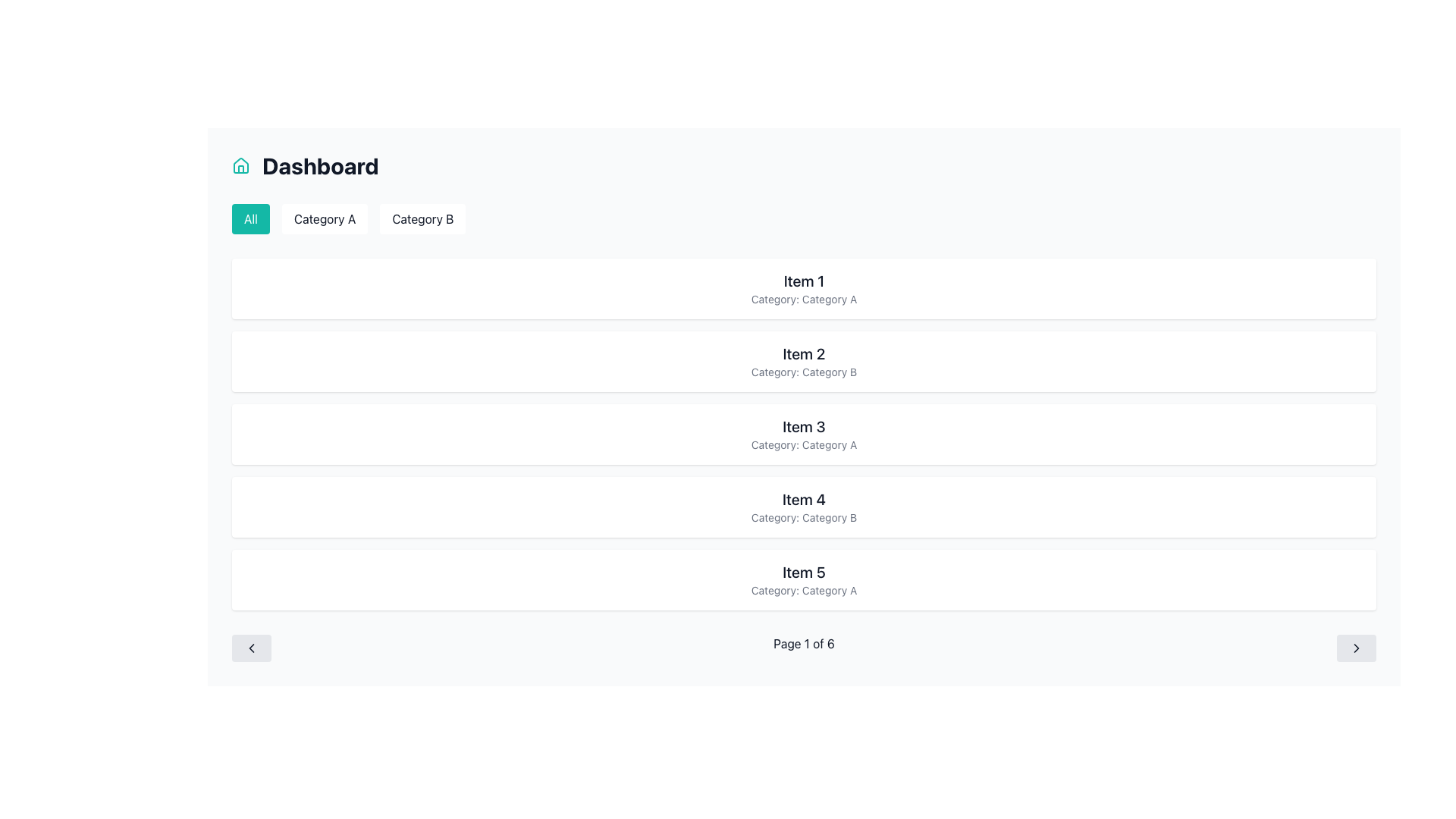  I want to click on the right-facing arrow button at the bottom right of the navigation bar, so click(1357, 648).